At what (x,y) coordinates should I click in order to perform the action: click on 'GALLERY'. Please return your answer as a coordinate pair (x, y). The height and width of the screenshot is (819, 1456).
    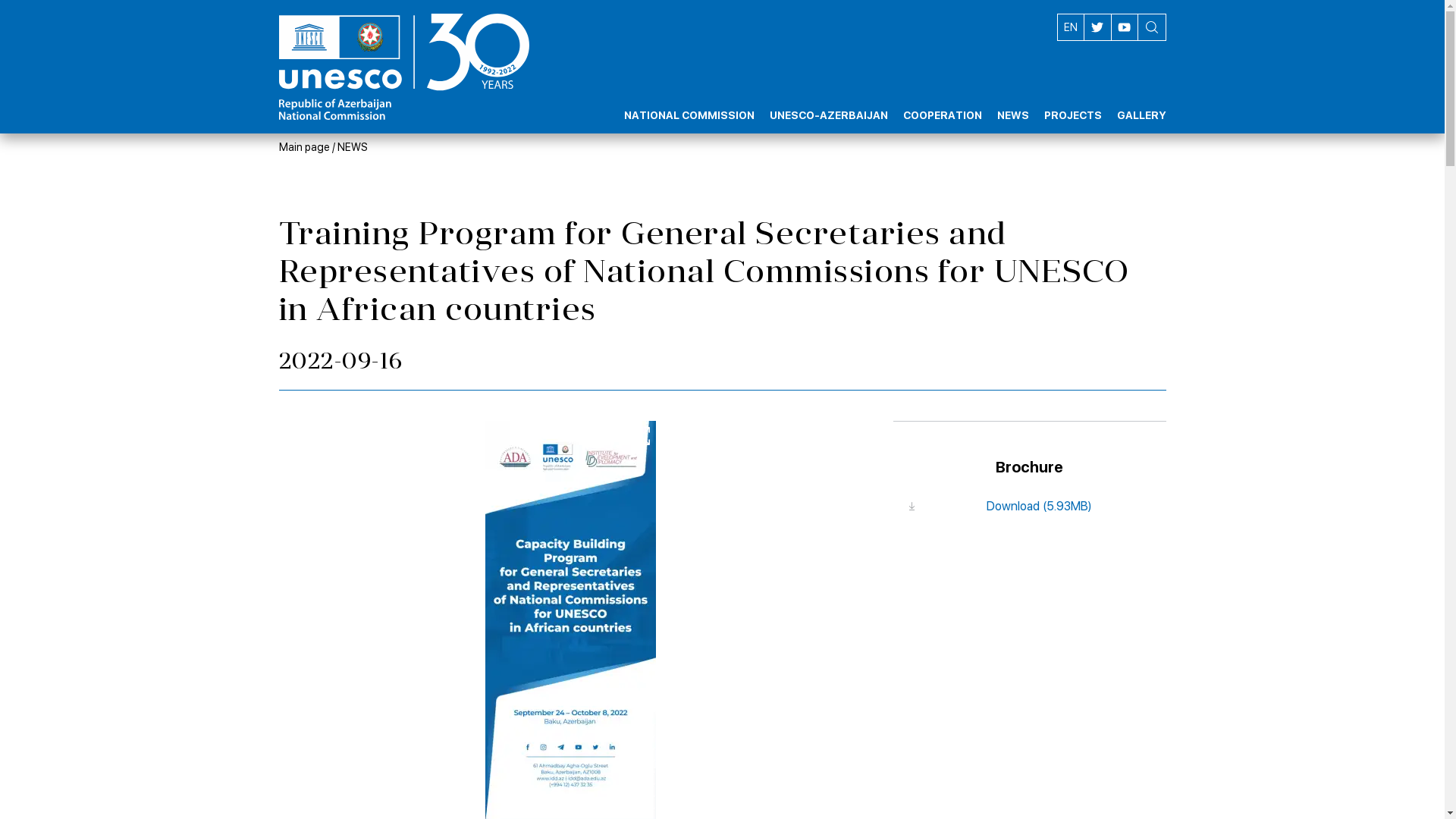
    Looking at the image, I should click on (1141, 102).